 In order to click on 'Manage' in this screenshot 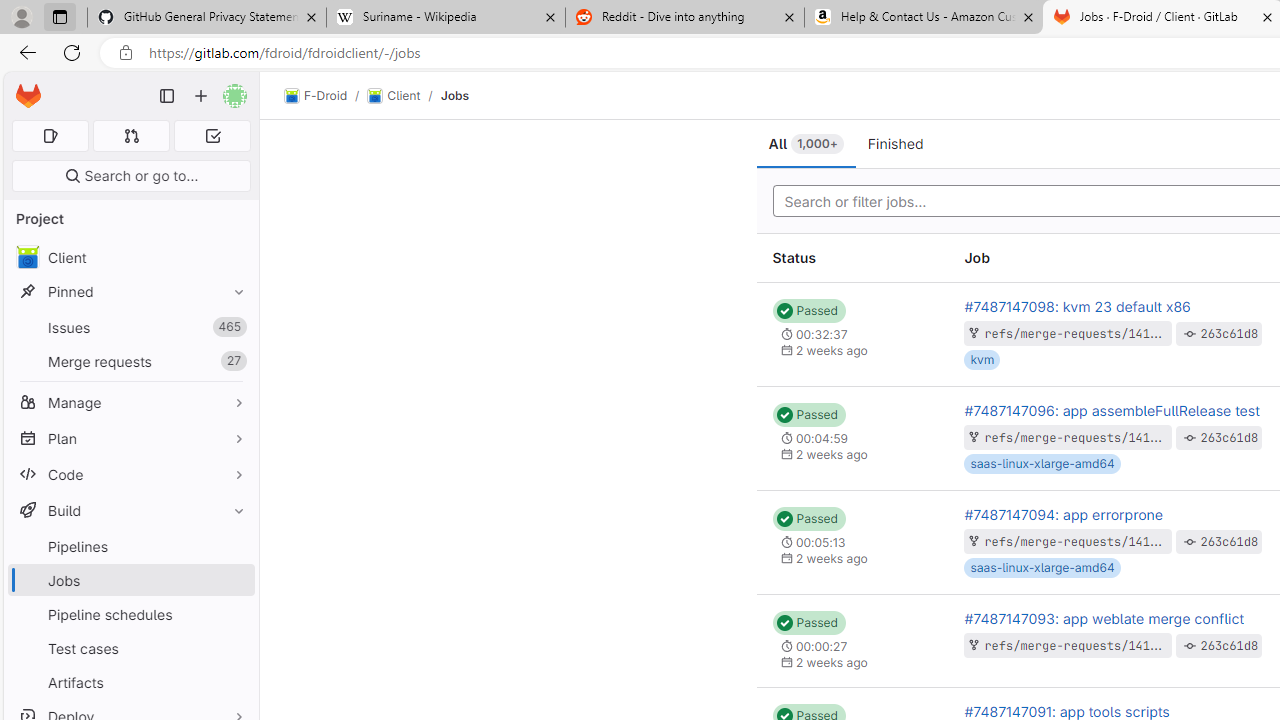, I will do `click(130, 402)`.